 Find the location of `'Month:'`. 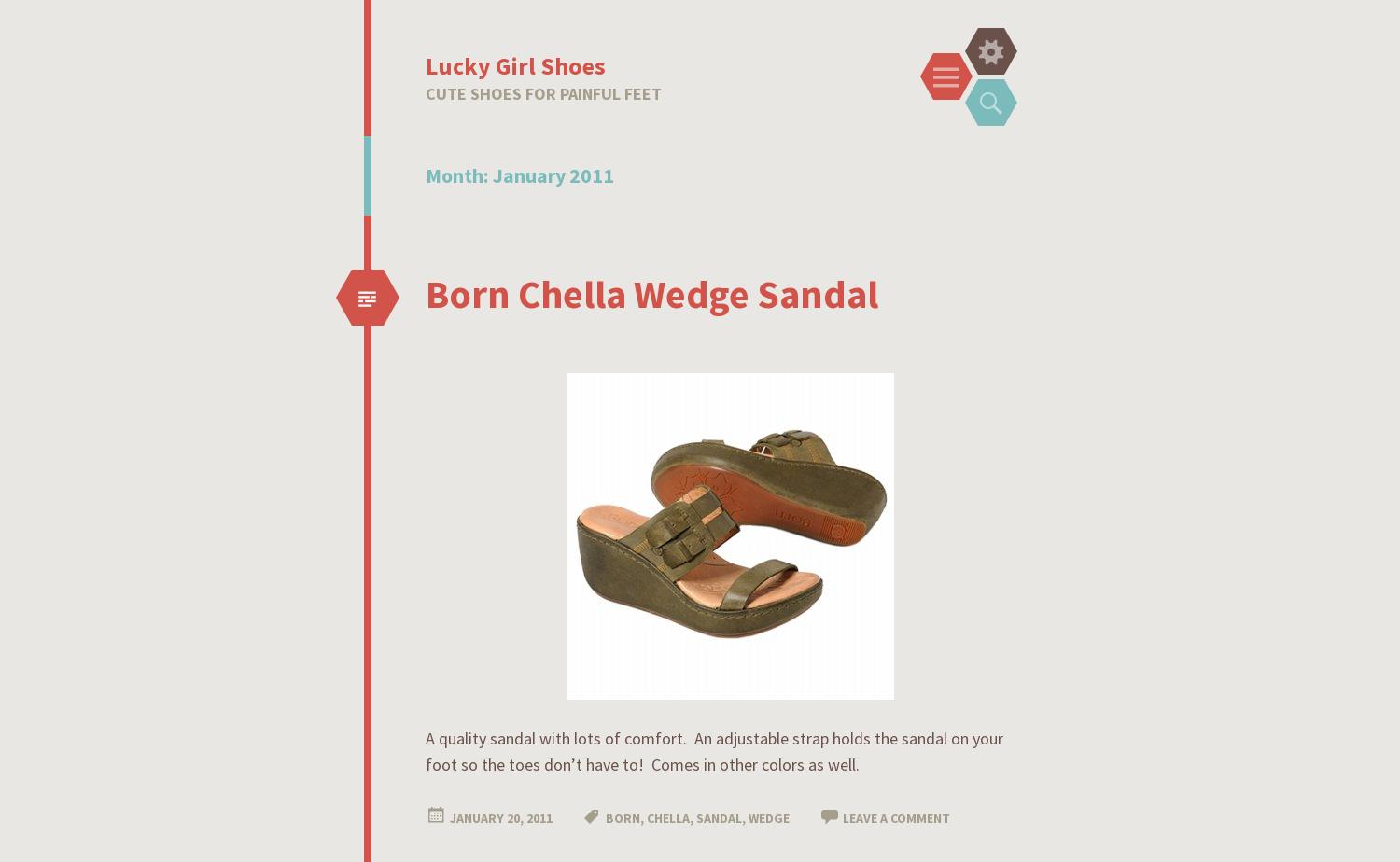

'Month:' is located at coordinates (425, 174).